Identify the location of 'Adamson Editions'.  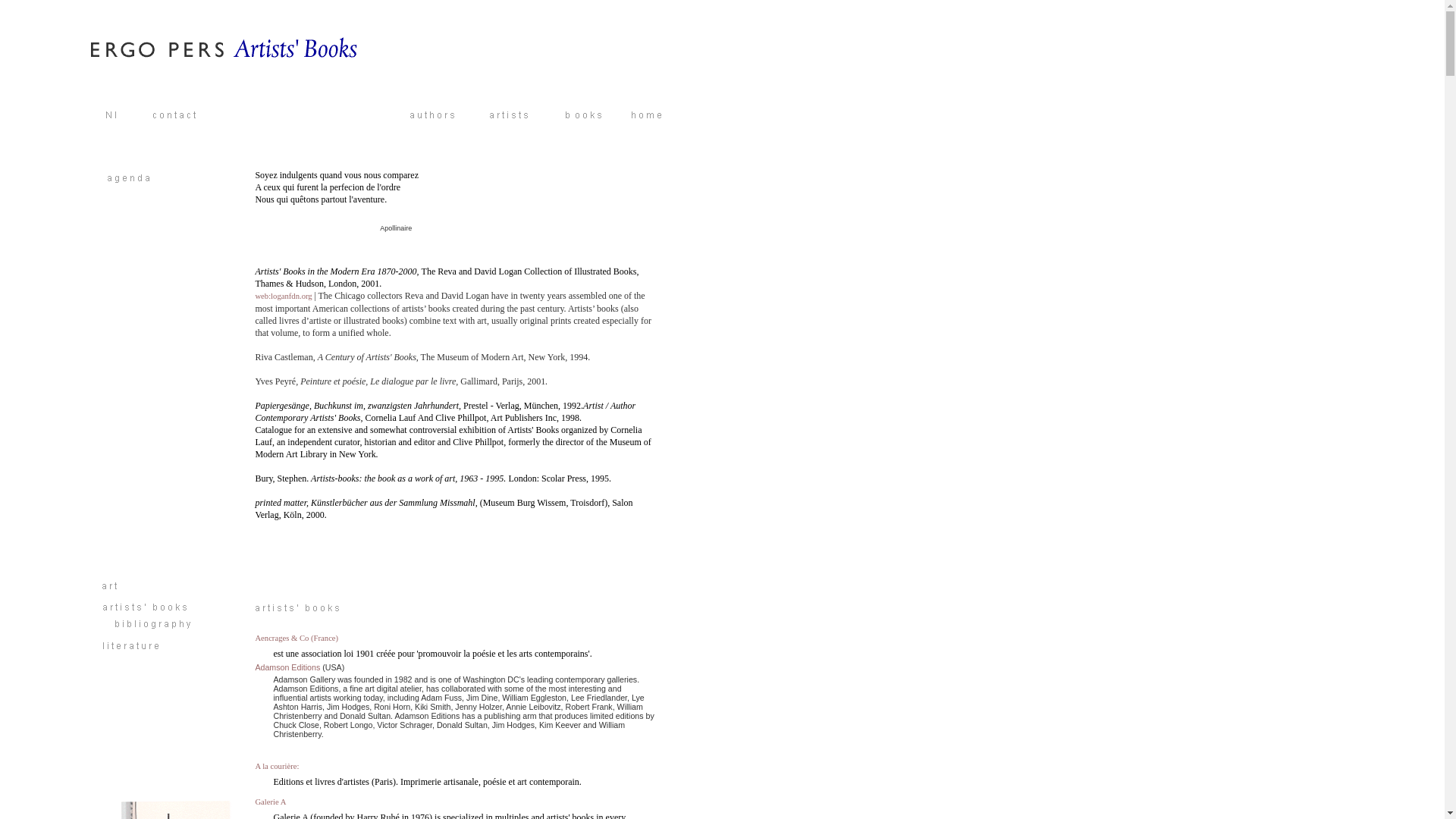
(287, 666).